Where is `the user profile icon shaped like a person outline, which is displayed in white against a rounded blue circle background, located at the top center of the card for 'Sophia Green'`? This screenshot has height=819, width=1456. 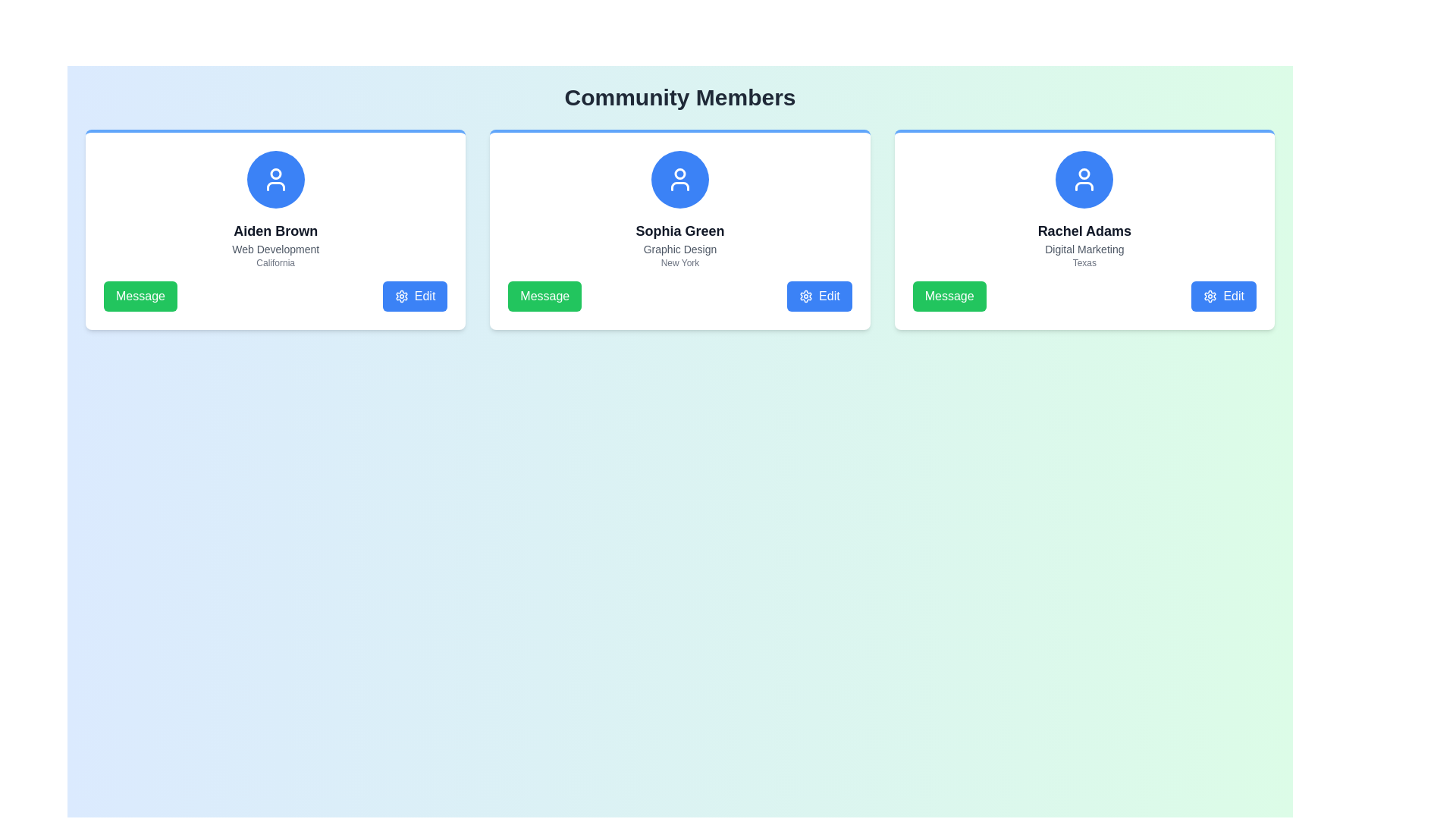
the user profile icon shaped like a person outline, which is displayed in white against a rounded blue circle background, located at the top center of the card for 'Sophia Green' is located at coordinates (679, 178).